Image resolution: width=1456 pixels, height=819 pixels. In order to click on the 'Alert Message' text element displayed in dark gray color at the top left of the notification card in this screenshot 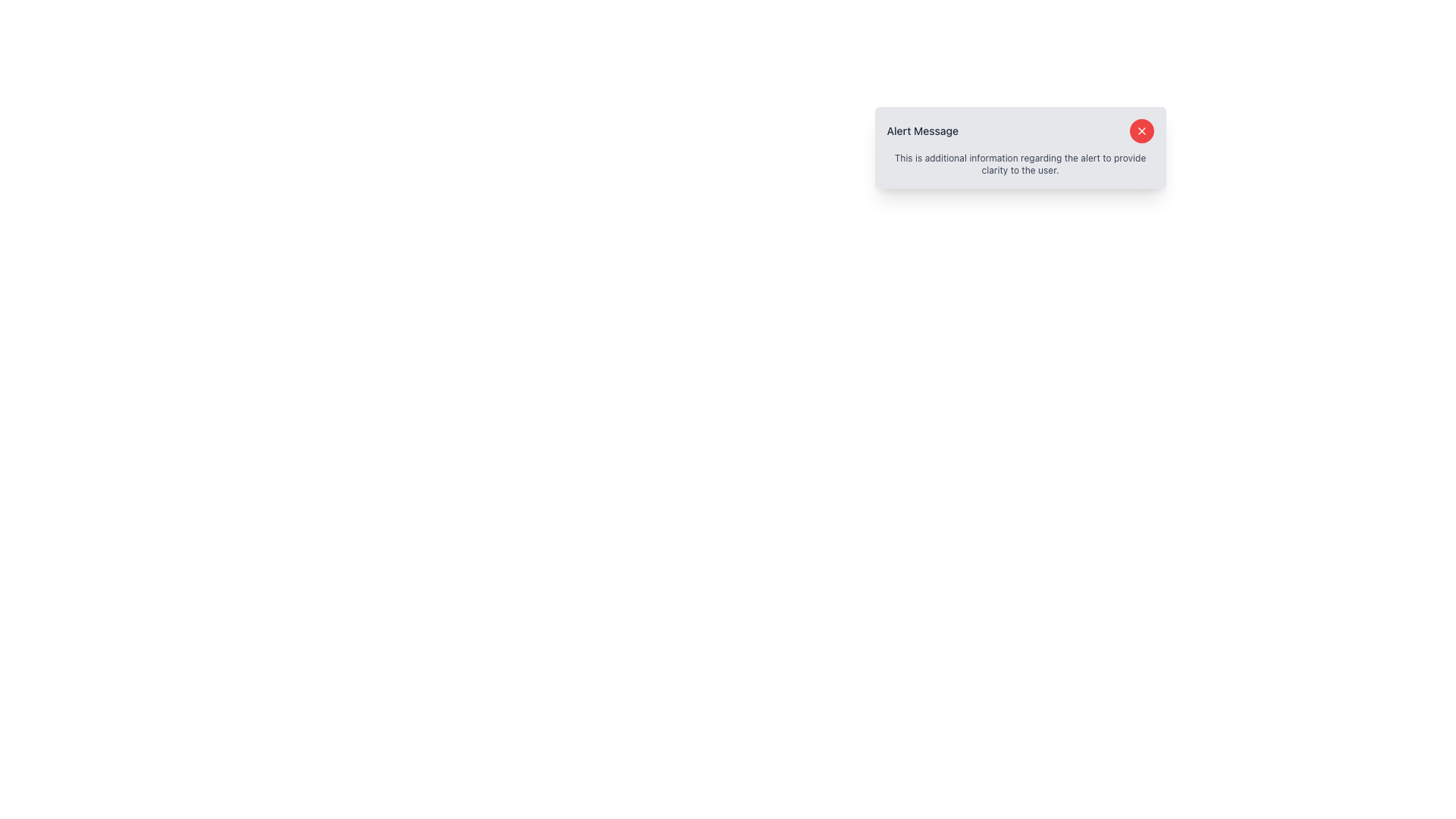, I will do `click(921, 130)`.